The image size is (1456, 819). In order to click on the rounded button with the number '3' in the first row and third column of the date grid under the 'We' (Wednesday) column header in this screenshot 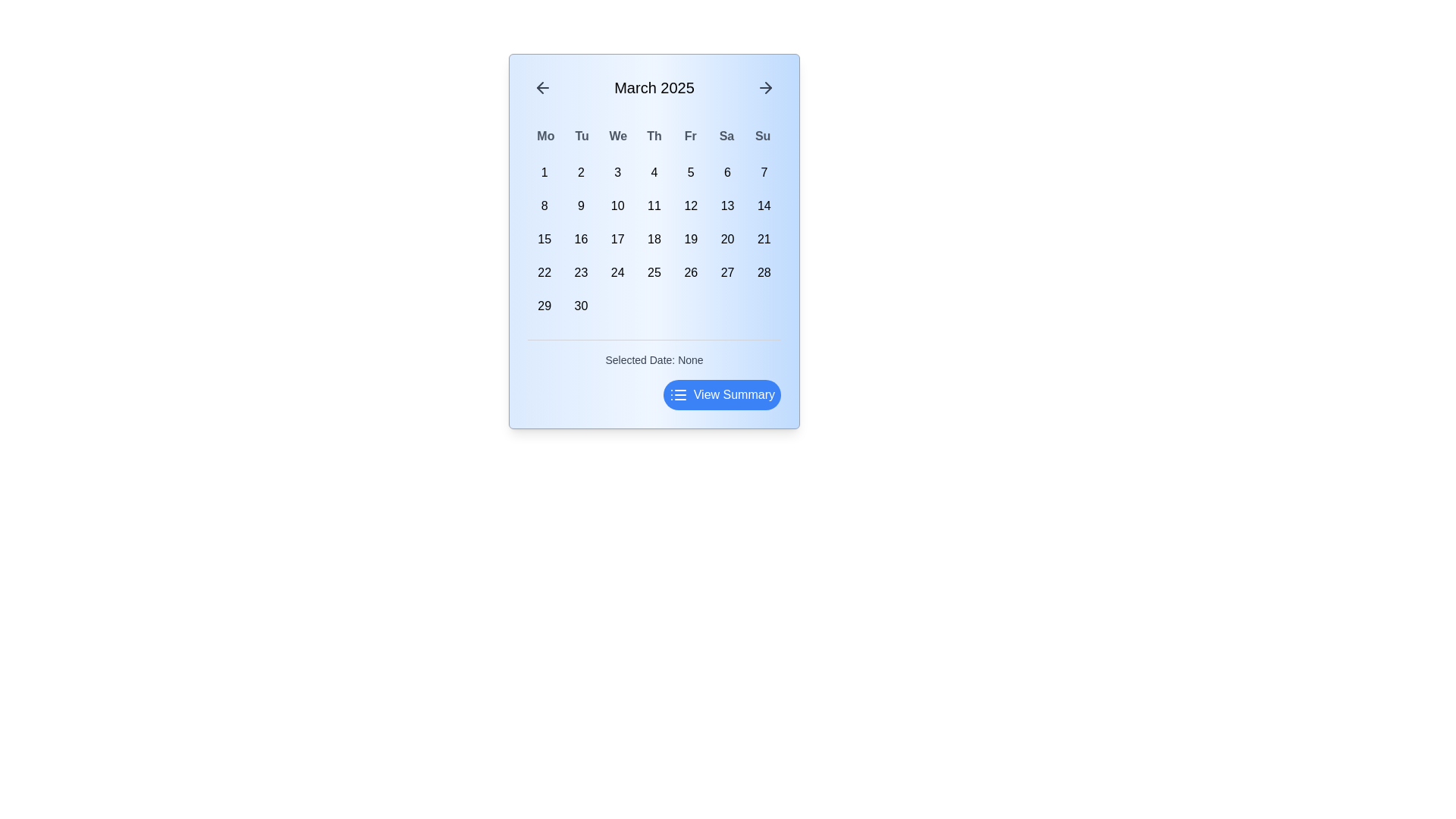, I will do `click(617, 171)`.